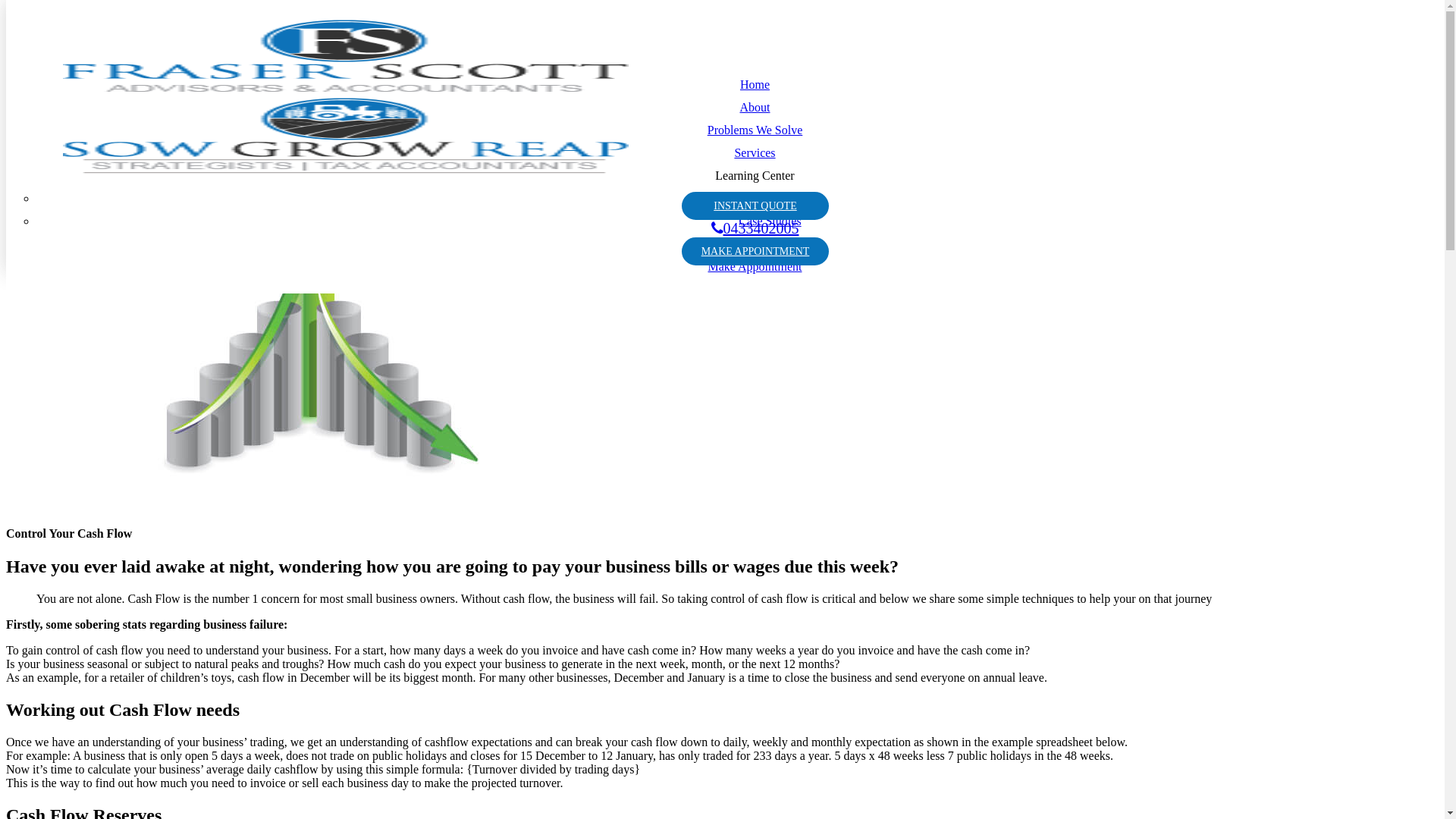 The width and height of the screenshot is (1456, 819). I want to click on '0433402005', so click(710, 227).